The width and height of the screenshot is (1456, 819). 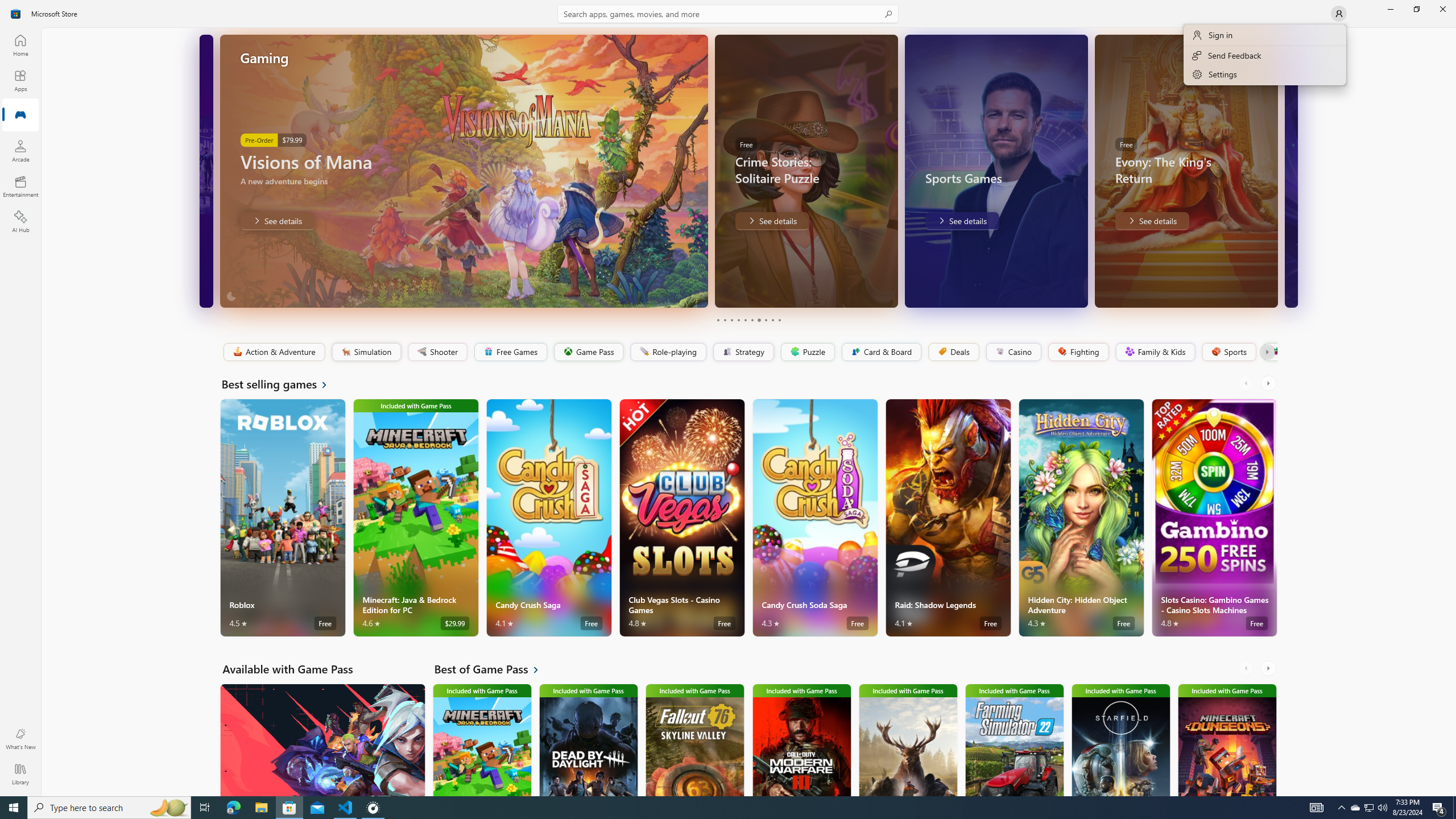 What do you see at coordinates (744, 320) in the screenshot?
I see `'Page 5'` at bounding box center [744, 320].